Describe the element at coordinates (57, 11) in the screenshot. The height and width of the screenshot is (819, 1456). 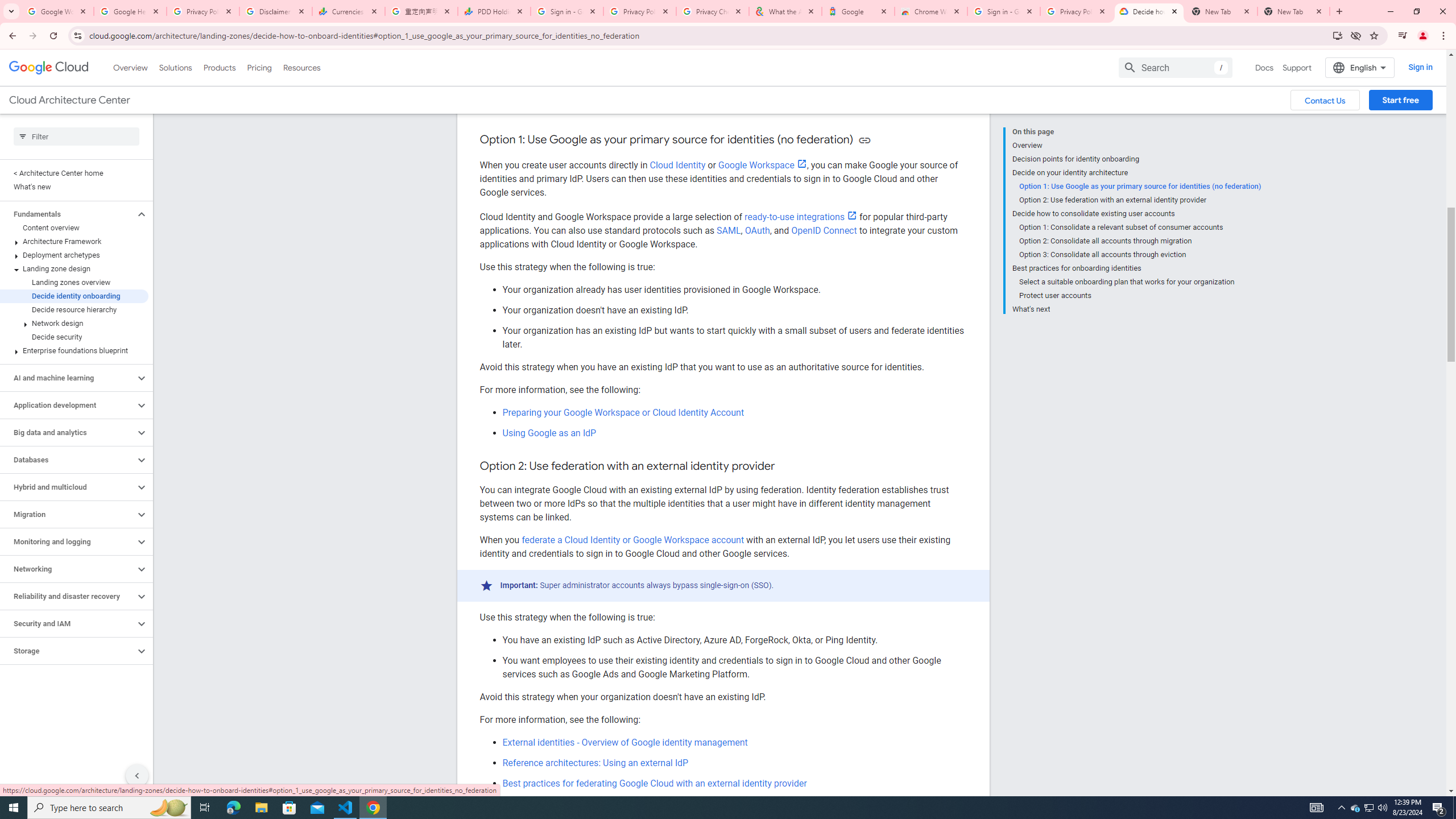
I see `'Google Workspace Admin Community'` at that location.